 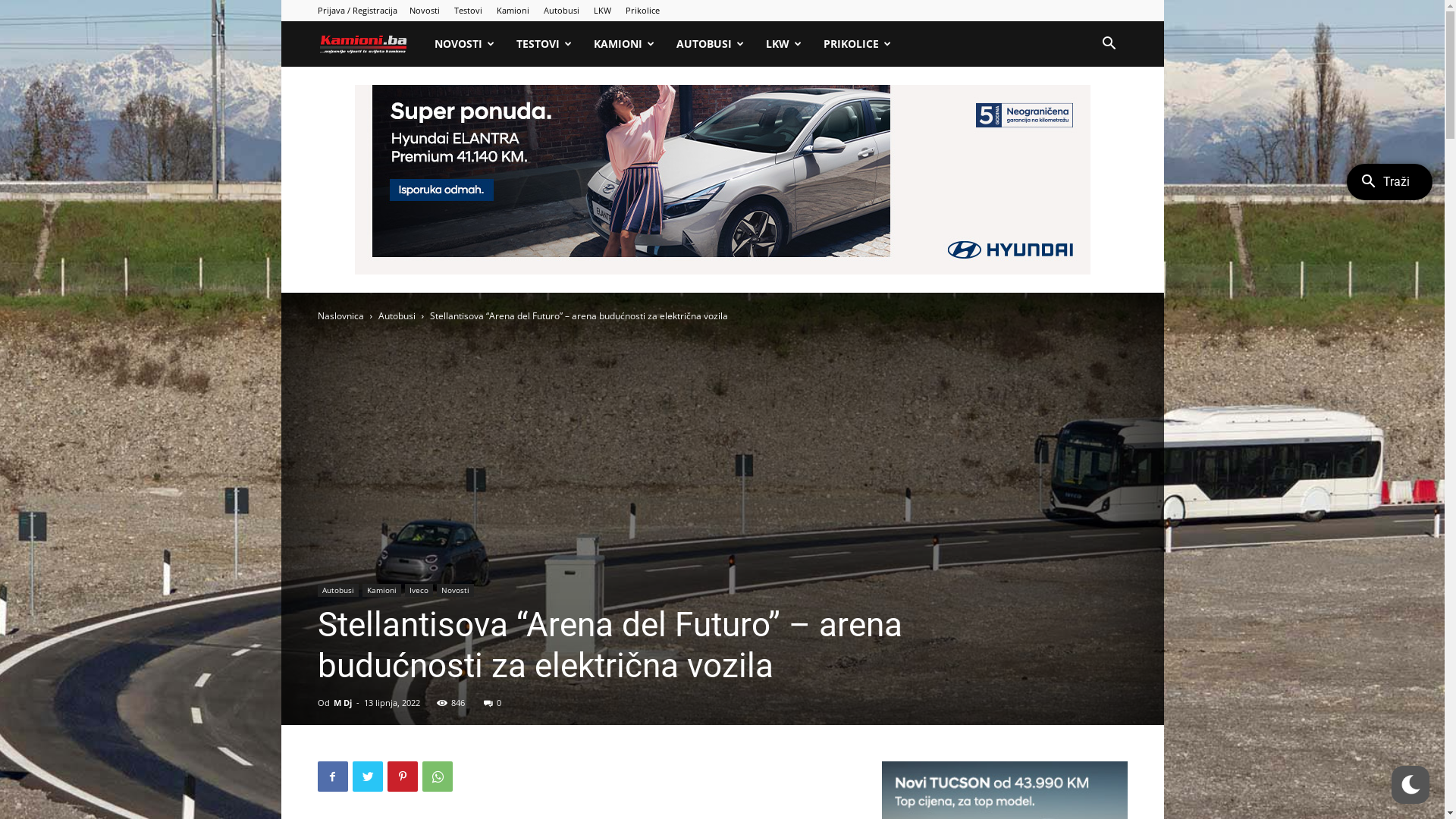 What do you see at coordinates (436, 776) in the screenshot?
I see `'WhatsApp'` at bounding box center [436, 776].